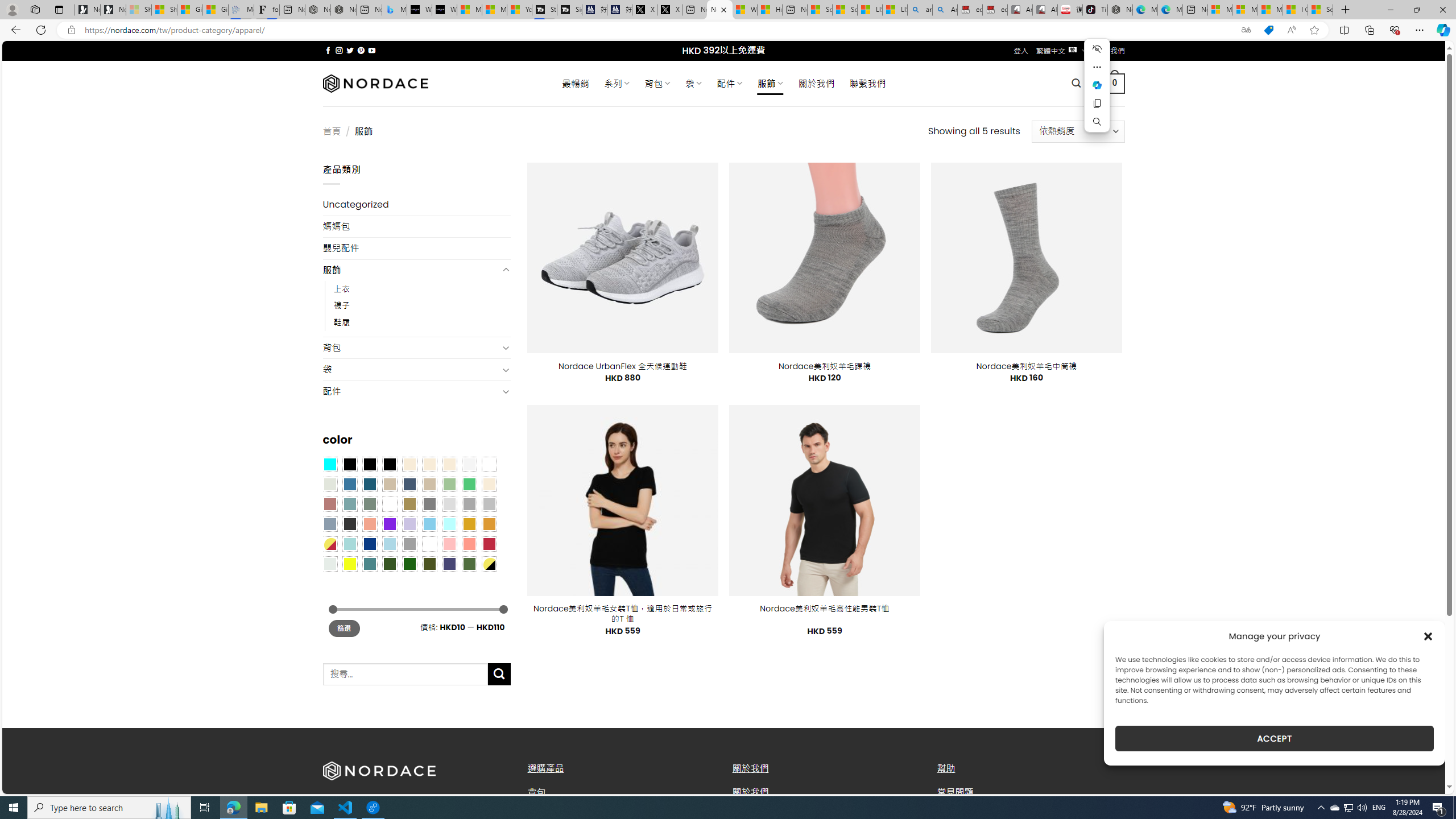  I want to click on 'Settings and more (Alt+F)', so click(1419, 29).